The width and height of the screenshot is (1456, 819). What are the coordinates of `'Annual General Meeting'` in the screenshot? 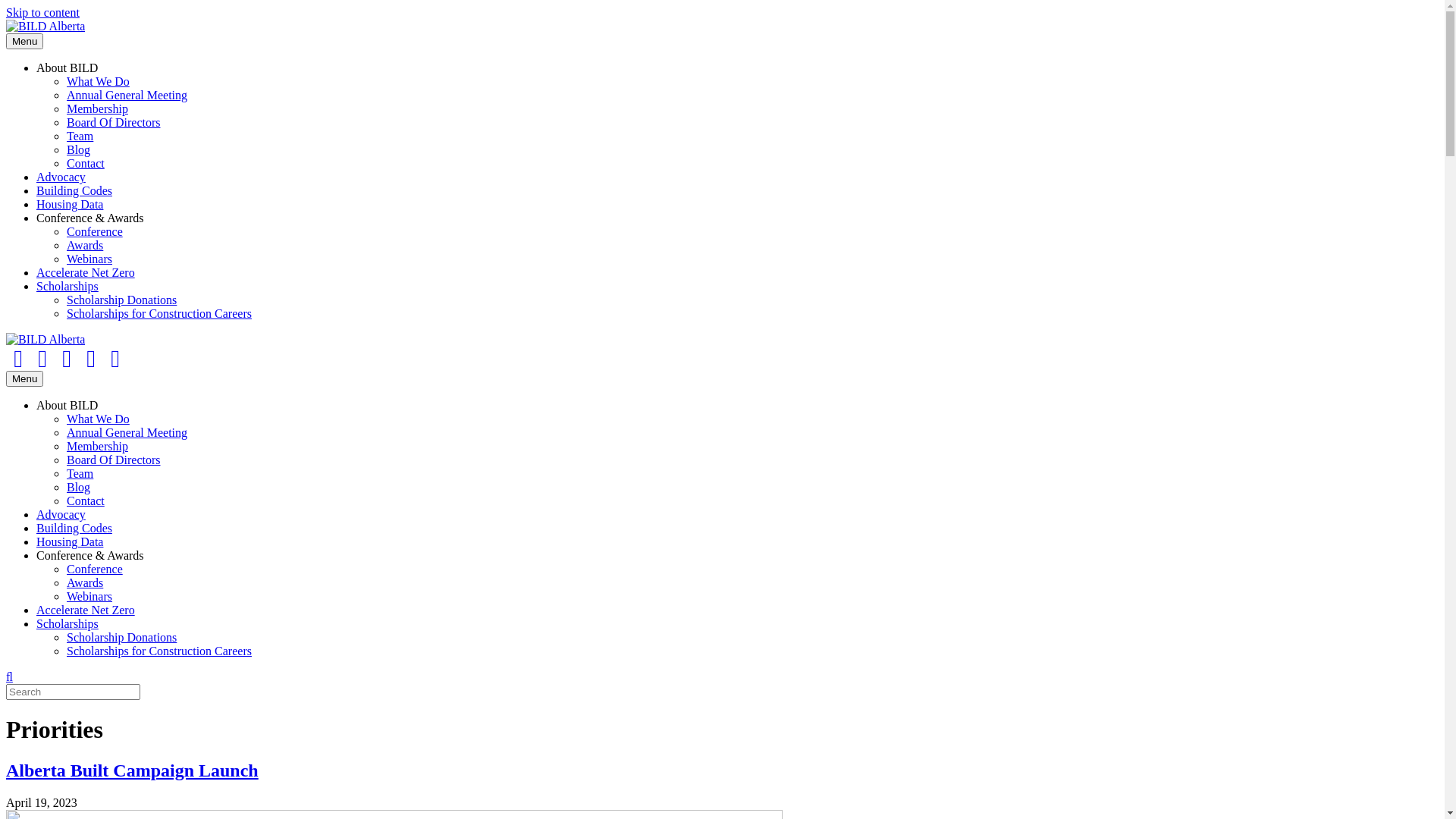 It's located at (127, 432).